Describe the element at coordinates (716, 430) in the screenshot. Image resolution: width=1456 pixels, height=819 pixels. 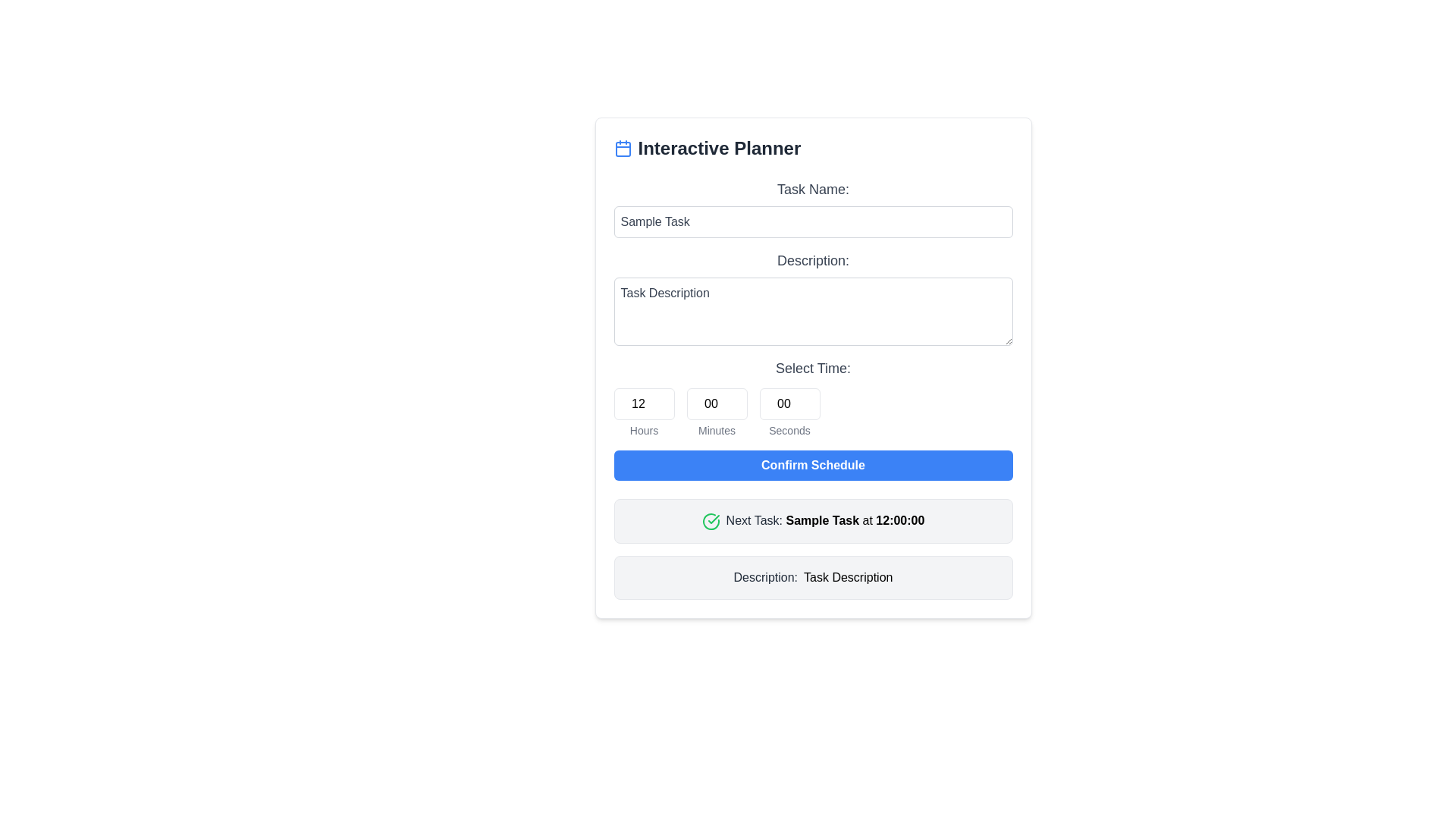
I see `the 'Minutes' label, which is a small, gray text label positioned beneath the numeric input field for minute selection in the 'Select Time' section` at that location.